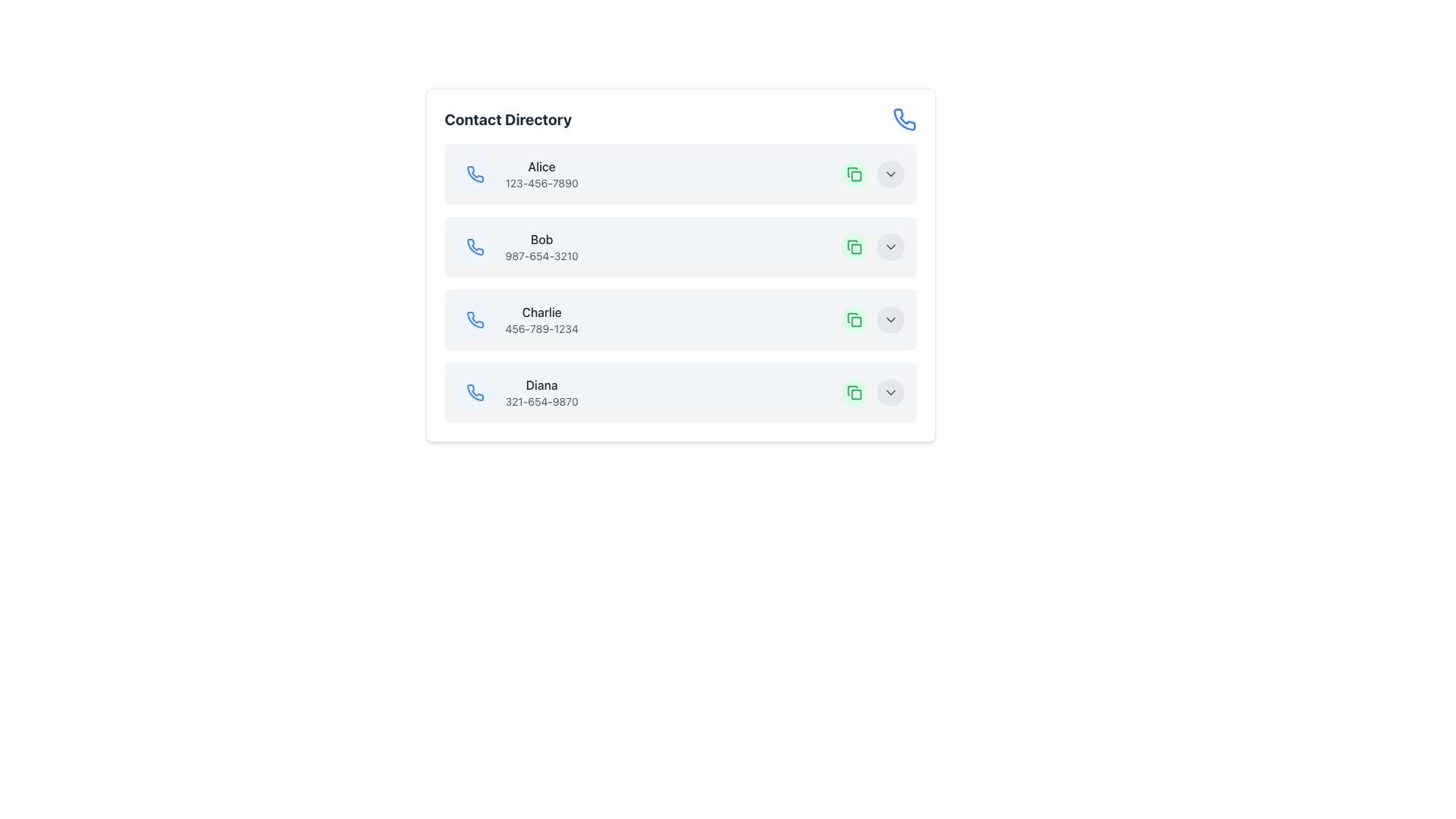 This screenshot has height=819, width=1456. I want to click on the circular button with a light gray background and a chevron-down icon at its center, so click(890, 318).